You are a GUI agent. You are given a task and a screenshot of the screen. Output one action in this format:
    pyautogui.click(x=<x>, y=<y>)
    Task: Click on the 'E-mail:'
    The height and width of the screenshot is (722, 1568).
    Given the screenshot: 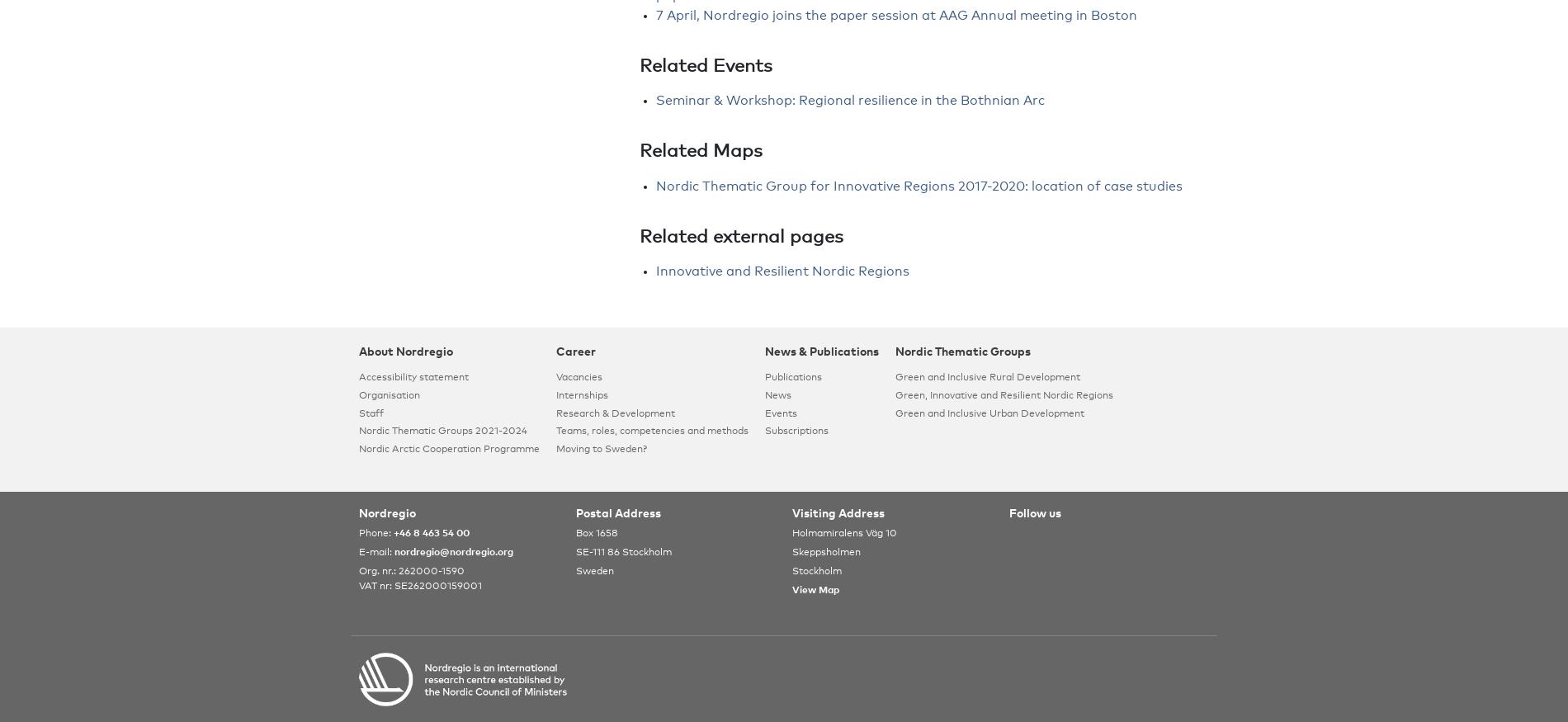 What is the action you would take?
    pyautogui.click(x=375, y=551)
    